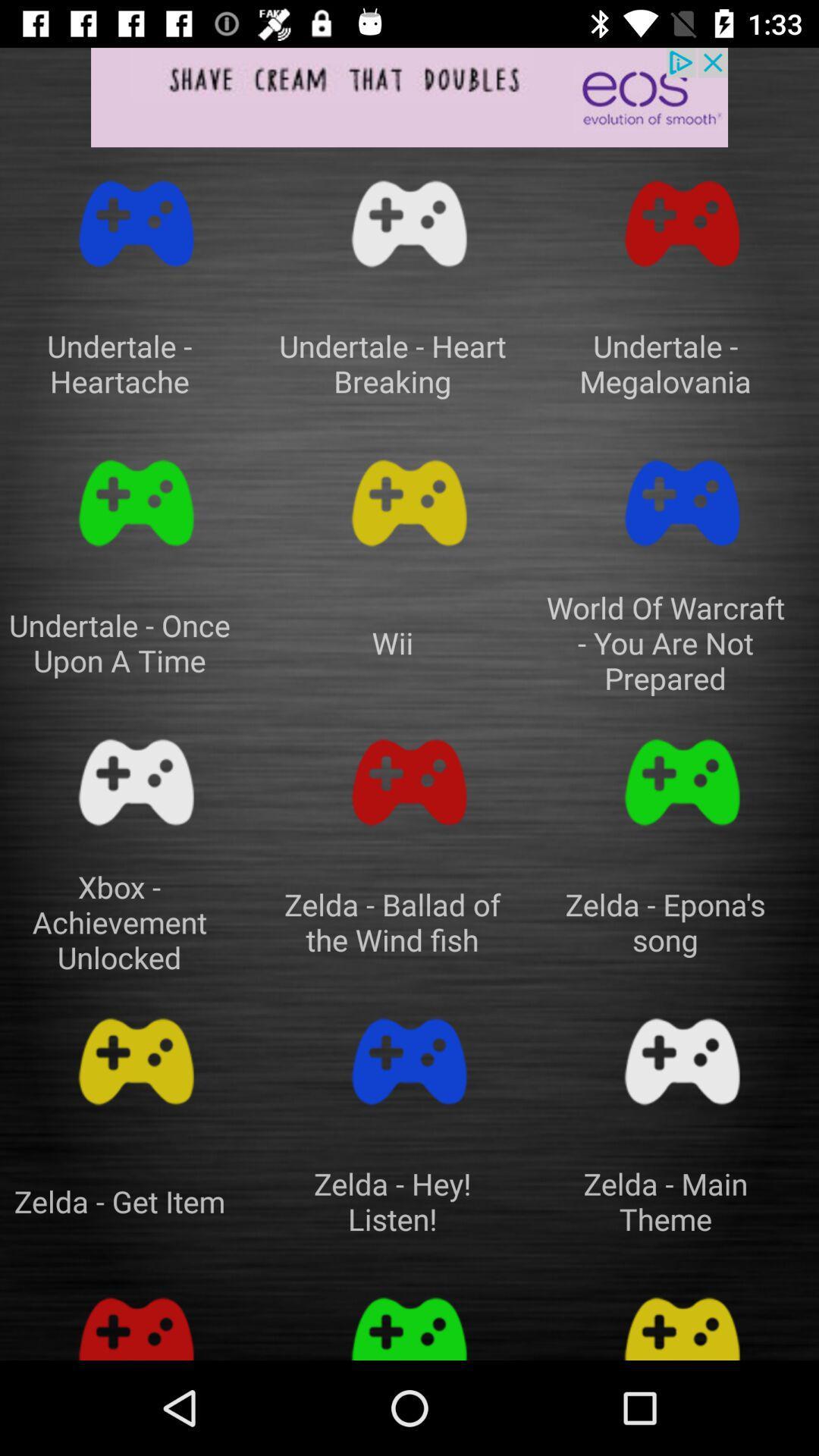 Image resolution: width=819 pixels, height=1456 pixels. What do you see at coordinates (136, 223) in the screenshot?
I see `song` at bounding box center [136, 223].